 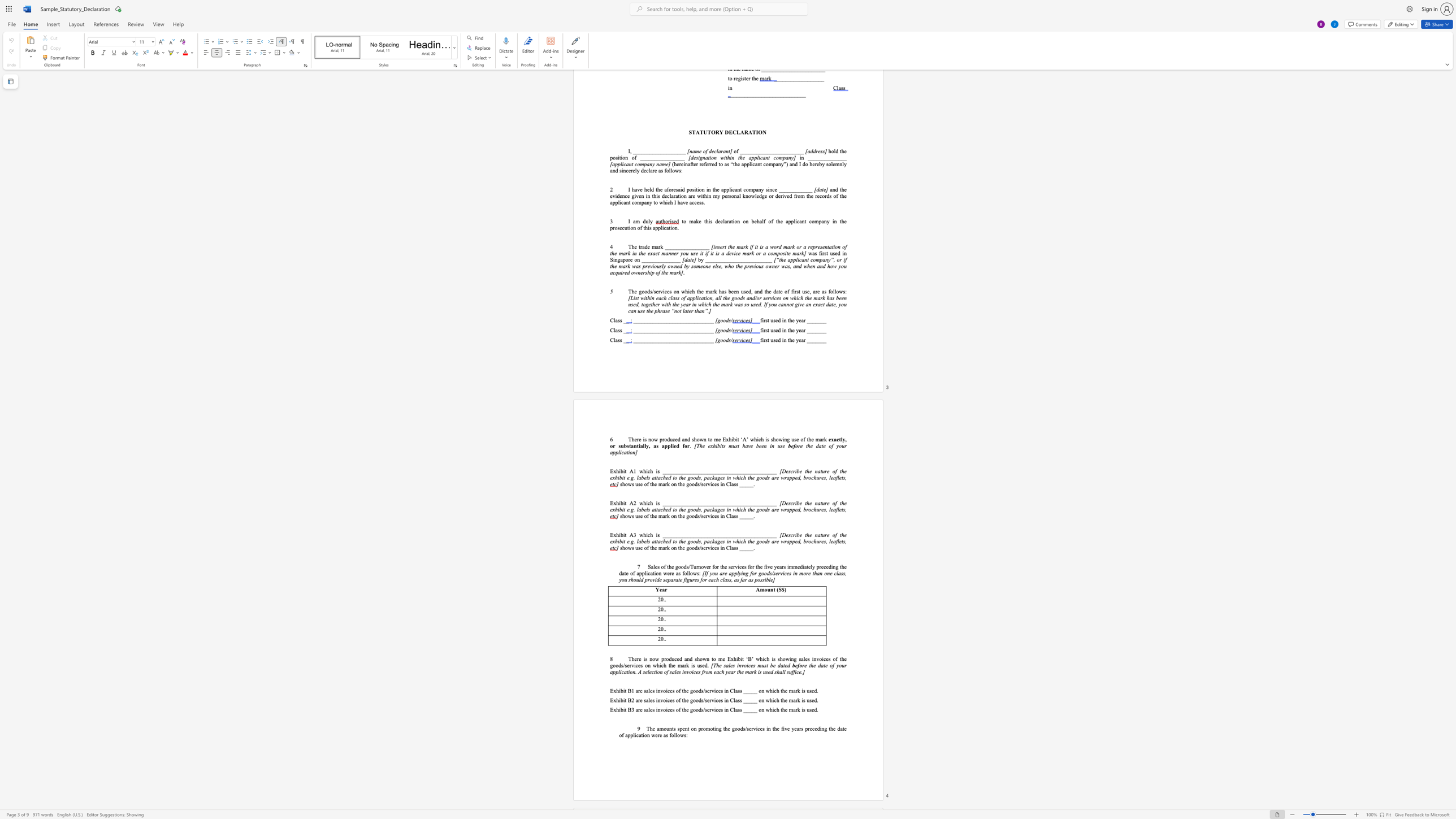 What do you see at coordinates (841, 534) in the screenshot?
I see `the subset text "he exh" within the text "[Describe the nature of the exhibit"` at bounding box center [841, 534].